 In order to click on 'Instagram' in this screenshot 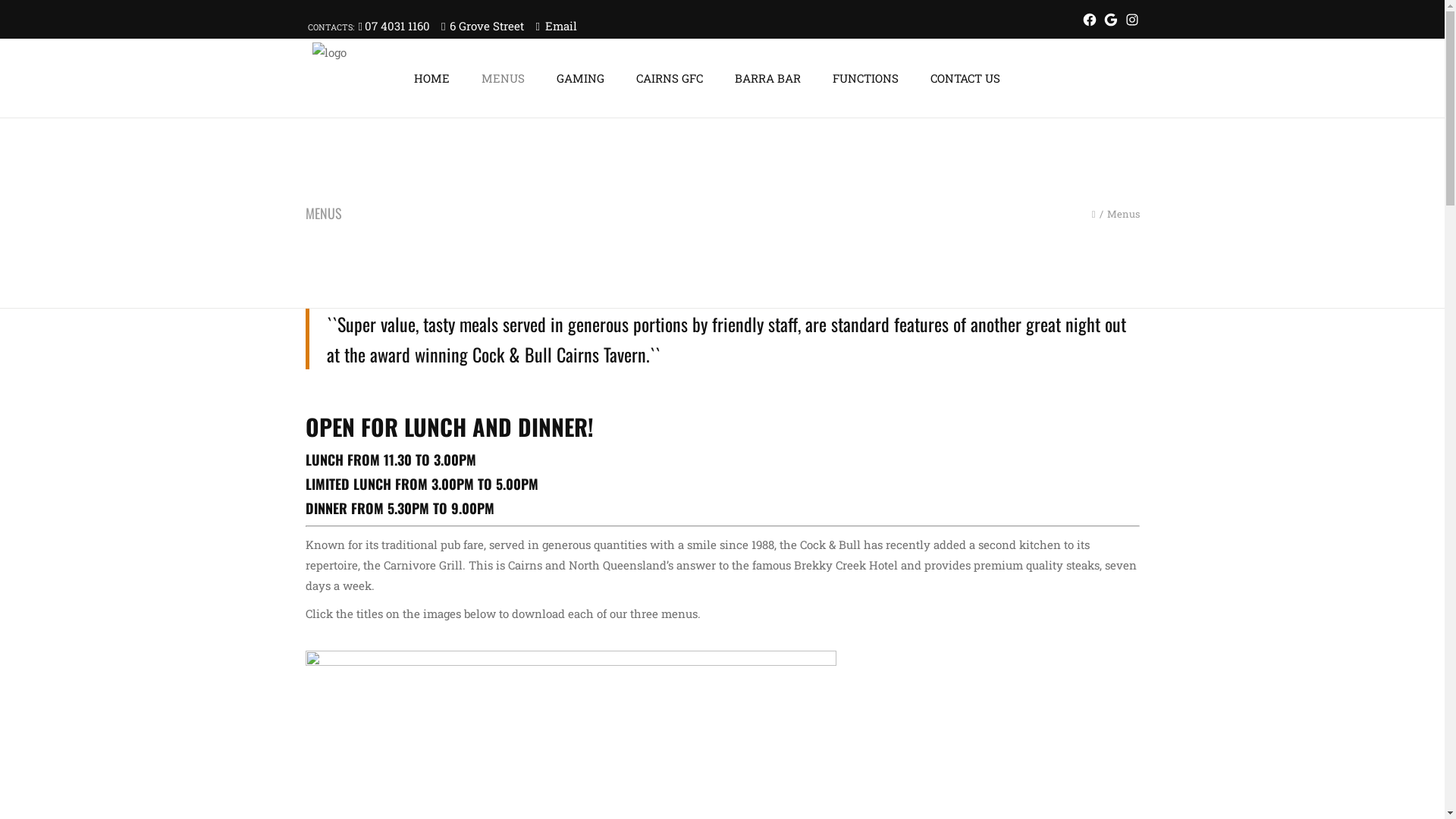, I will do `click(1131, 20)`.